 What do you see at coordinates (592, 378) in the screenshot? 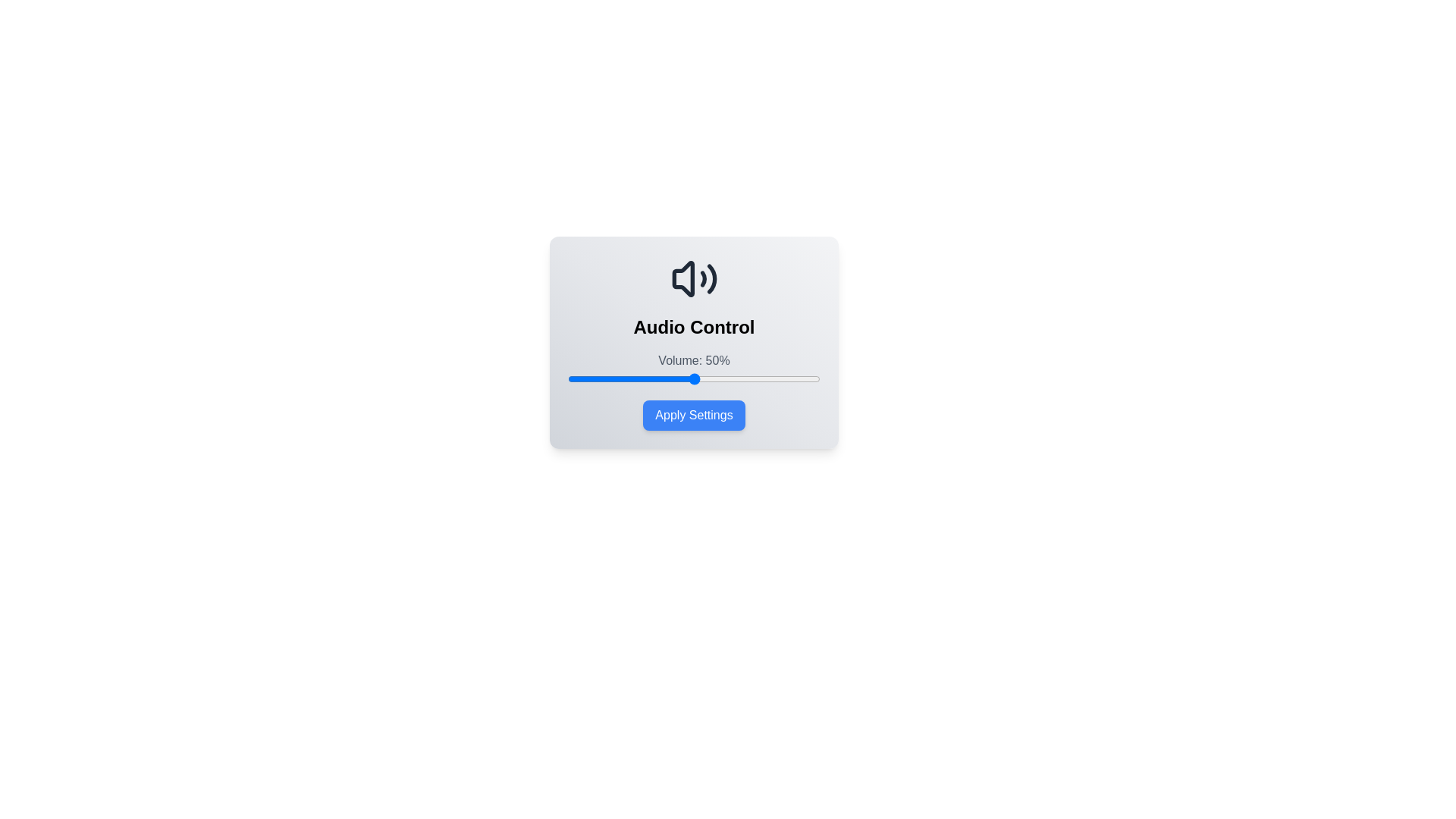
I see `the slider` at bounding box center [592, 378].